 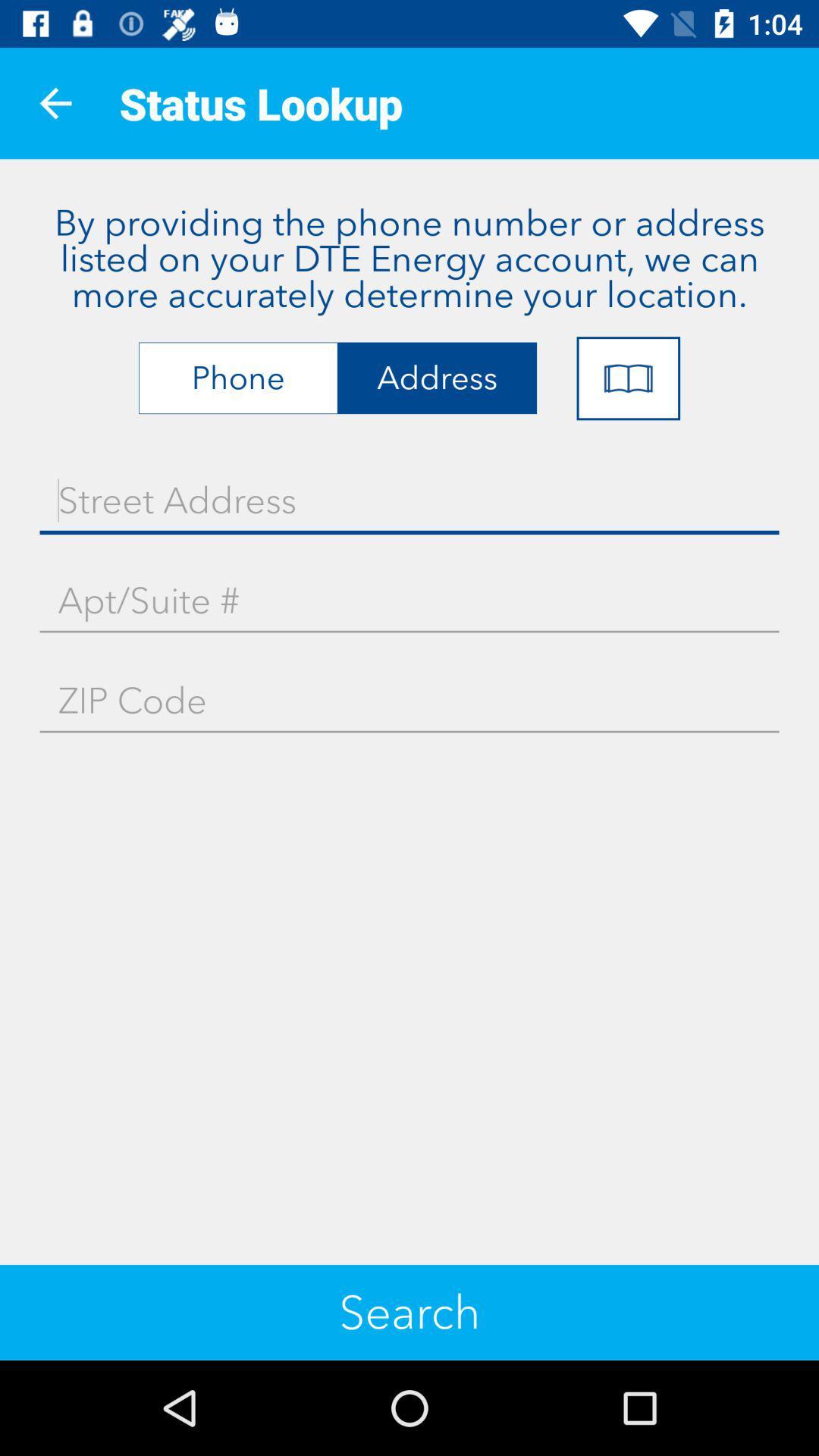 What do you see at coordinates (409, 1312) in the screenshot?
I see `search` at bounding box center [409, 1312].